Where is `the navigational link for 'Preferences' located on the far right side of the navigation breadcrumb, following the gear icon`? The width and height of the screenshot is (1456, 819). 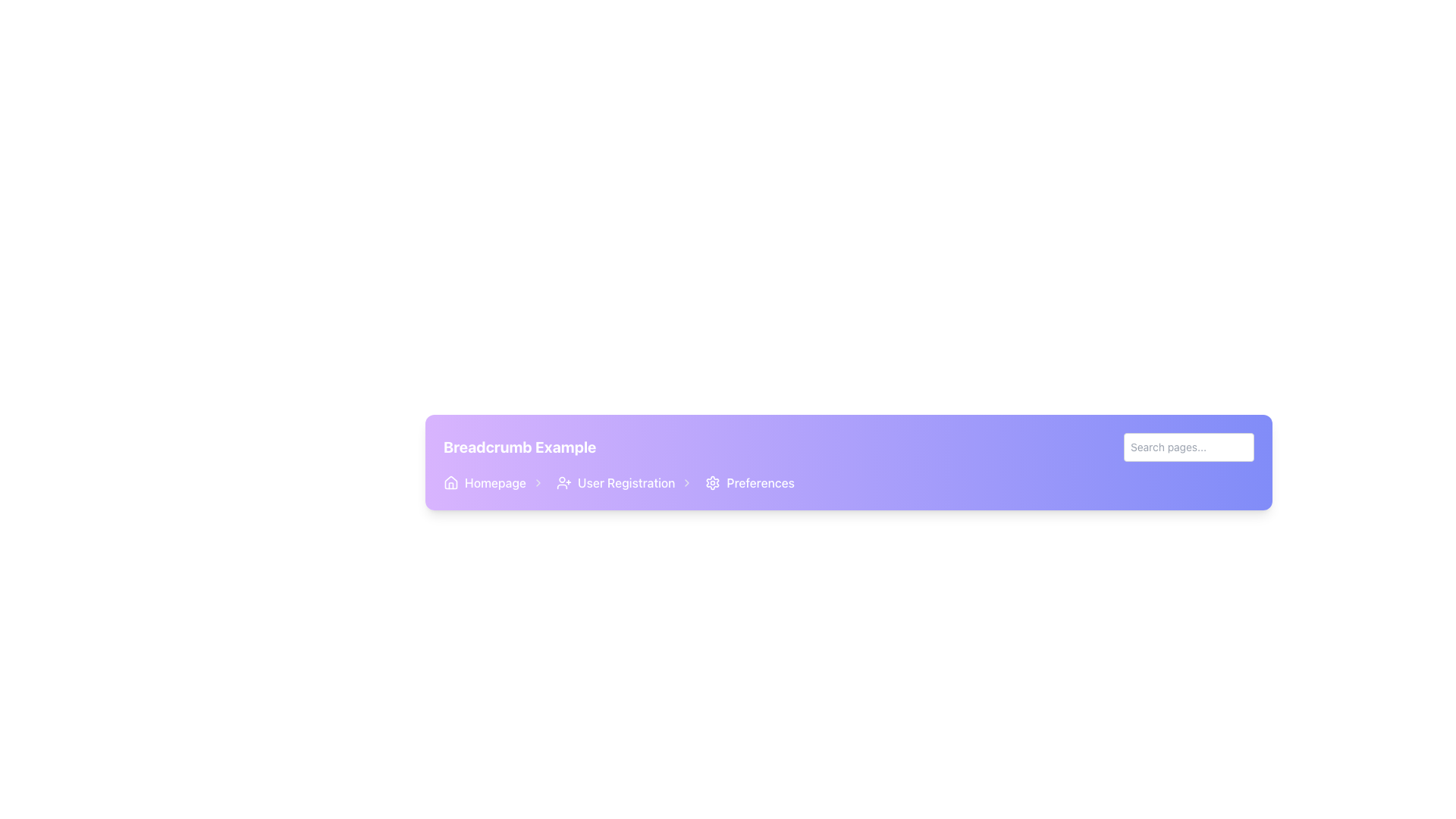
the navigational link for 'Preferences' located on the far right side of the navigation breadcrumb, following the gear icon is located at coordinates (761, 482).